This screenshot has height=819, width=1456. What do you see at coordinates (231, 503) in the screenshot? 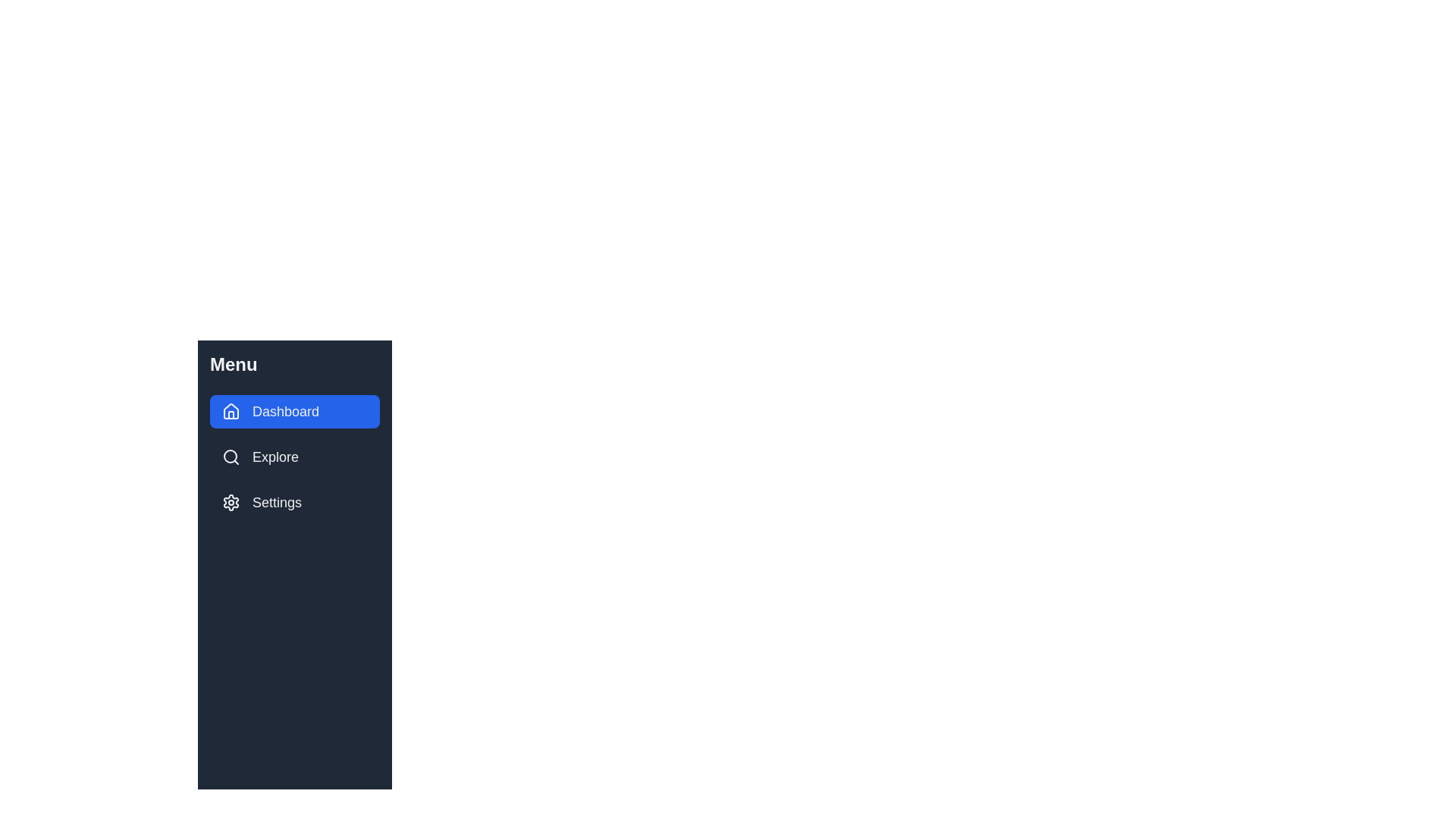
I see `the gear icon located in the third row under the 'Settings' text label` at bounding box center [231, 503].